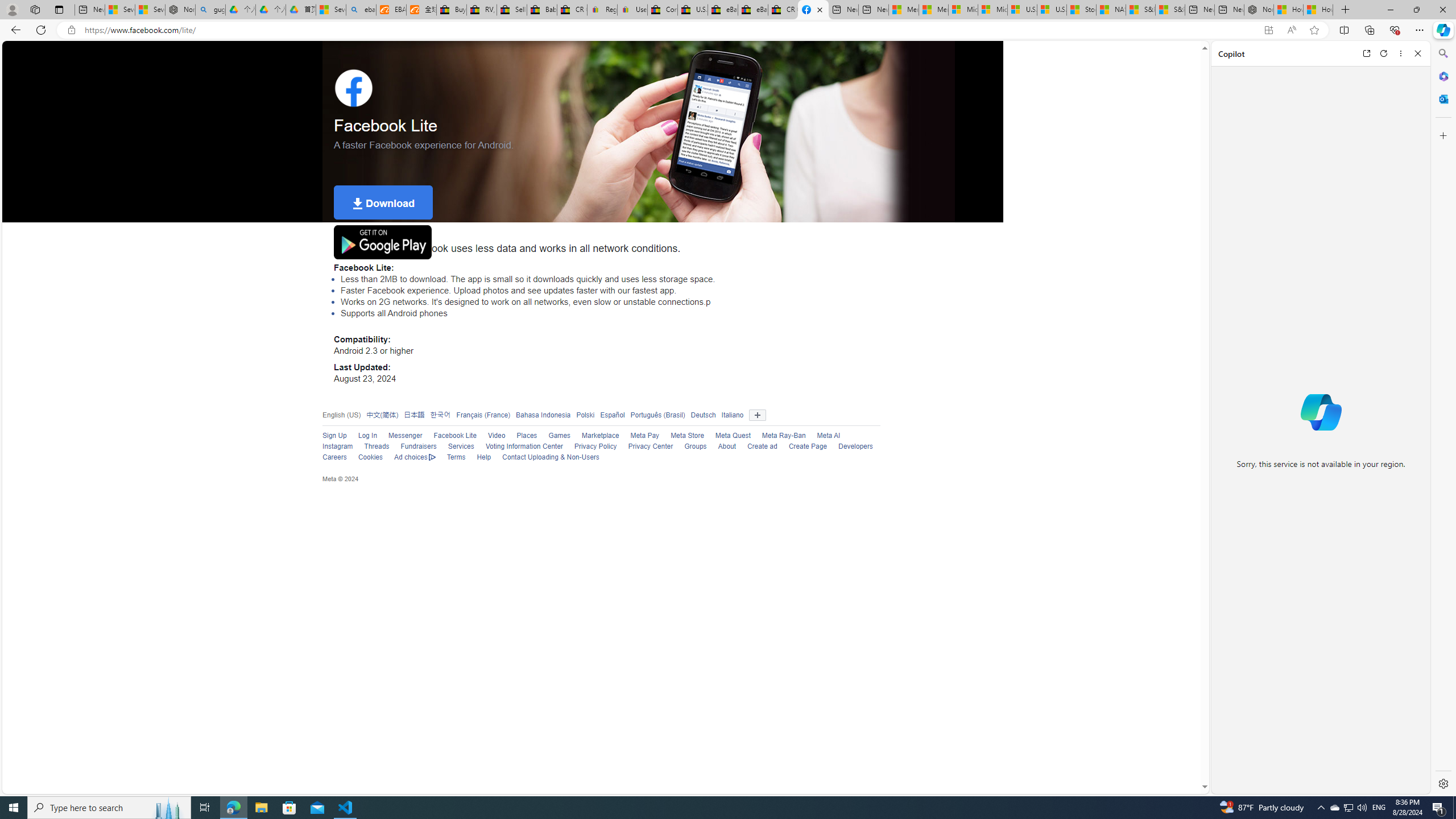  What do you see at coordinates (1169, 9) in the screenshot?
I see `'S&P 500, Nasdaq end lower, weighed by Nvidia dip | Watch'` at bounding box center [1169, 9].